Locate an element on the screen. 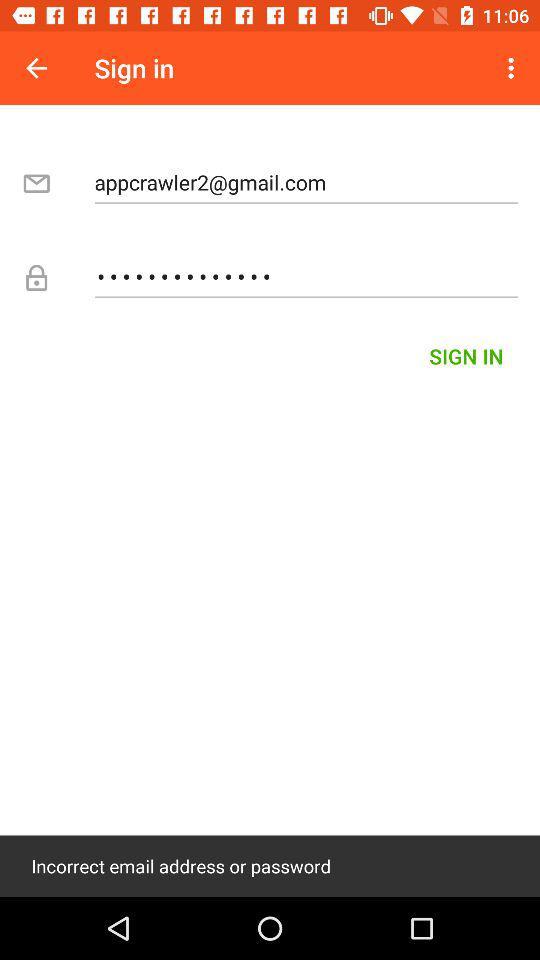 The height and width of the screenshot is (960, 540). the item at the top right corner is located at coordinates (513, 68).